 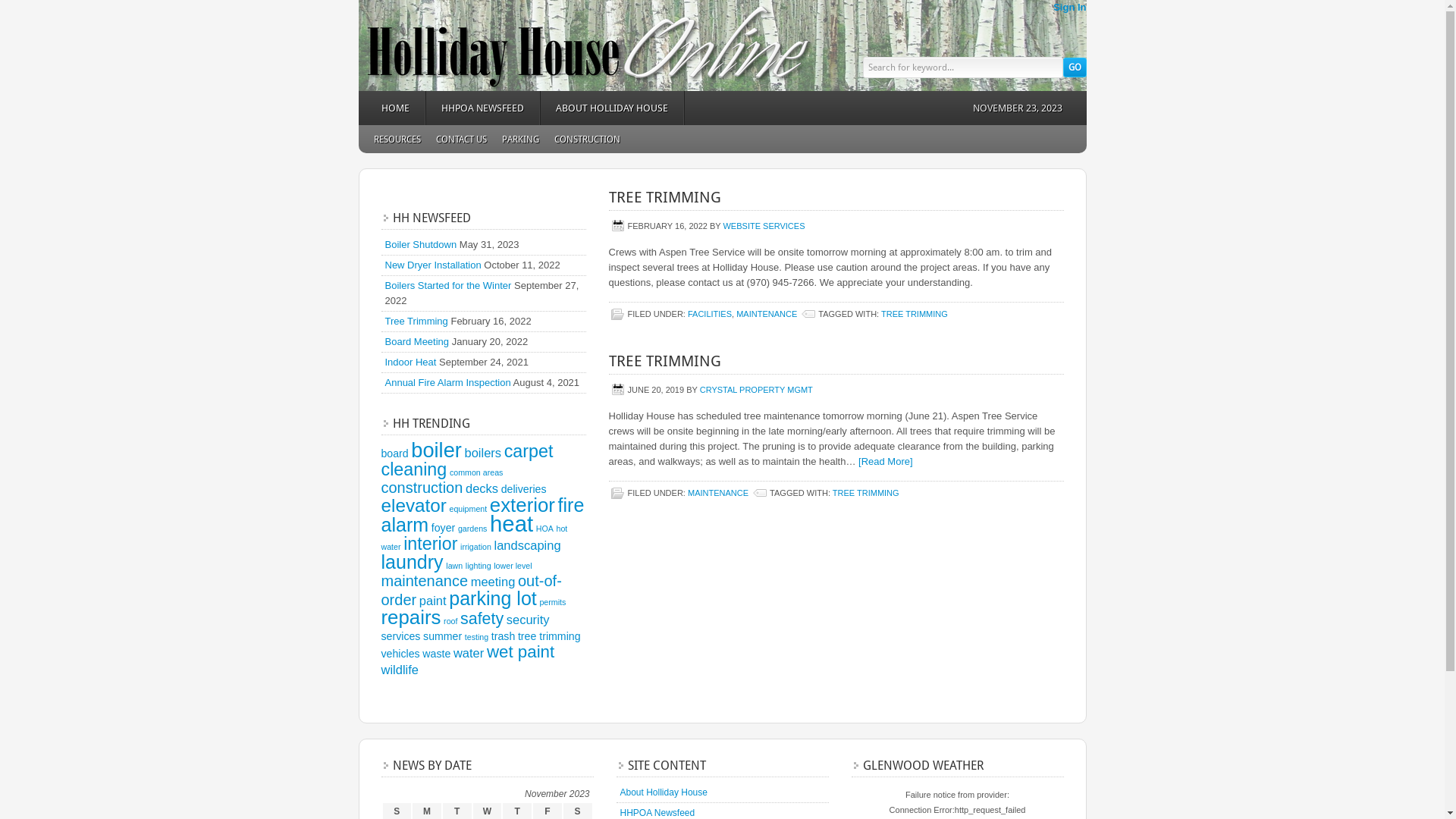 I want to click on 'landscaping', so click(x=528, y=544).